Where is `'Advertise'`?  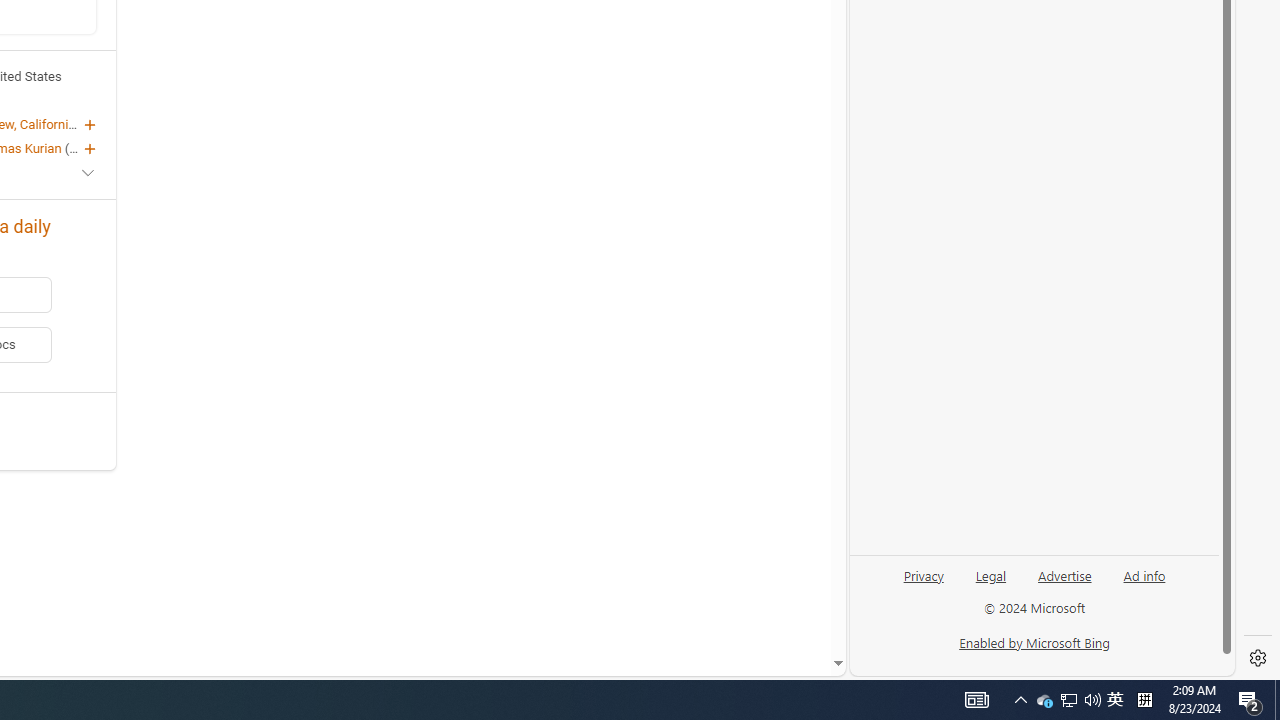
'Advertise' is located at coordinates (1063, 574).